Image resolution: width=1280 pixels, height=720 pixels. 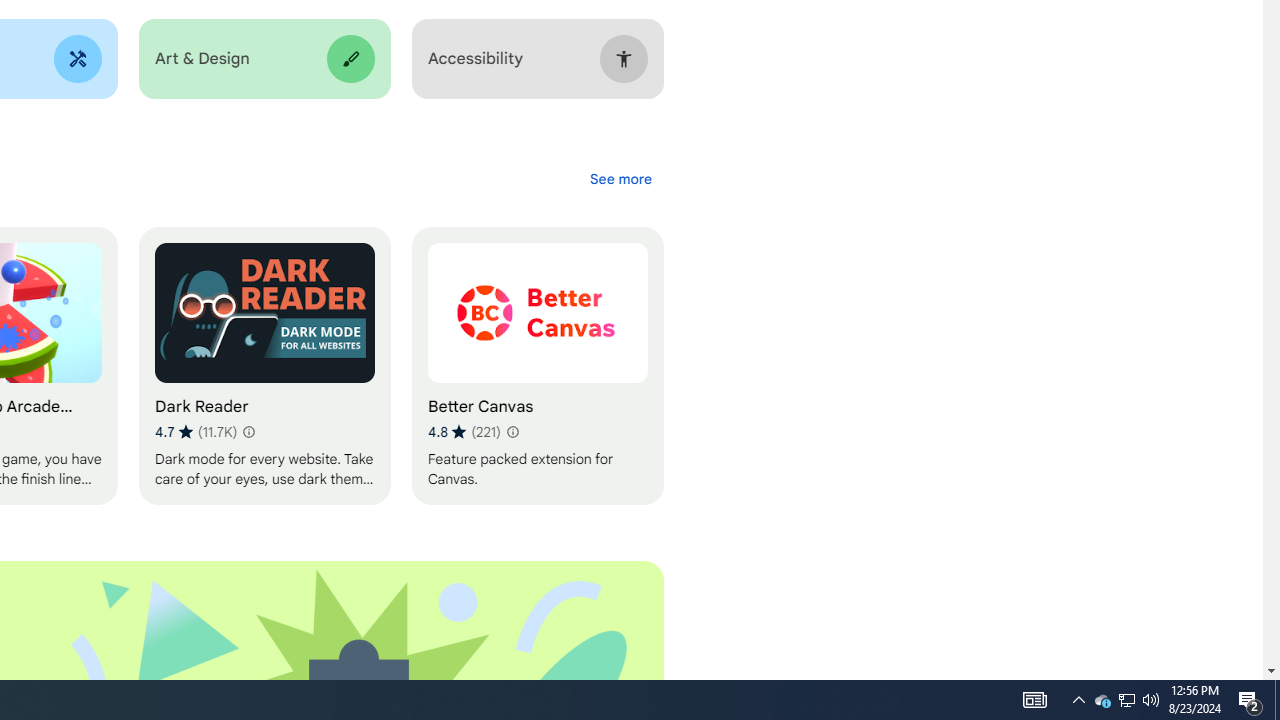 What do you see at coordinates (263, 58) in the screenshot?
I see `'Art & Design'` at bounding box center [263, 58].